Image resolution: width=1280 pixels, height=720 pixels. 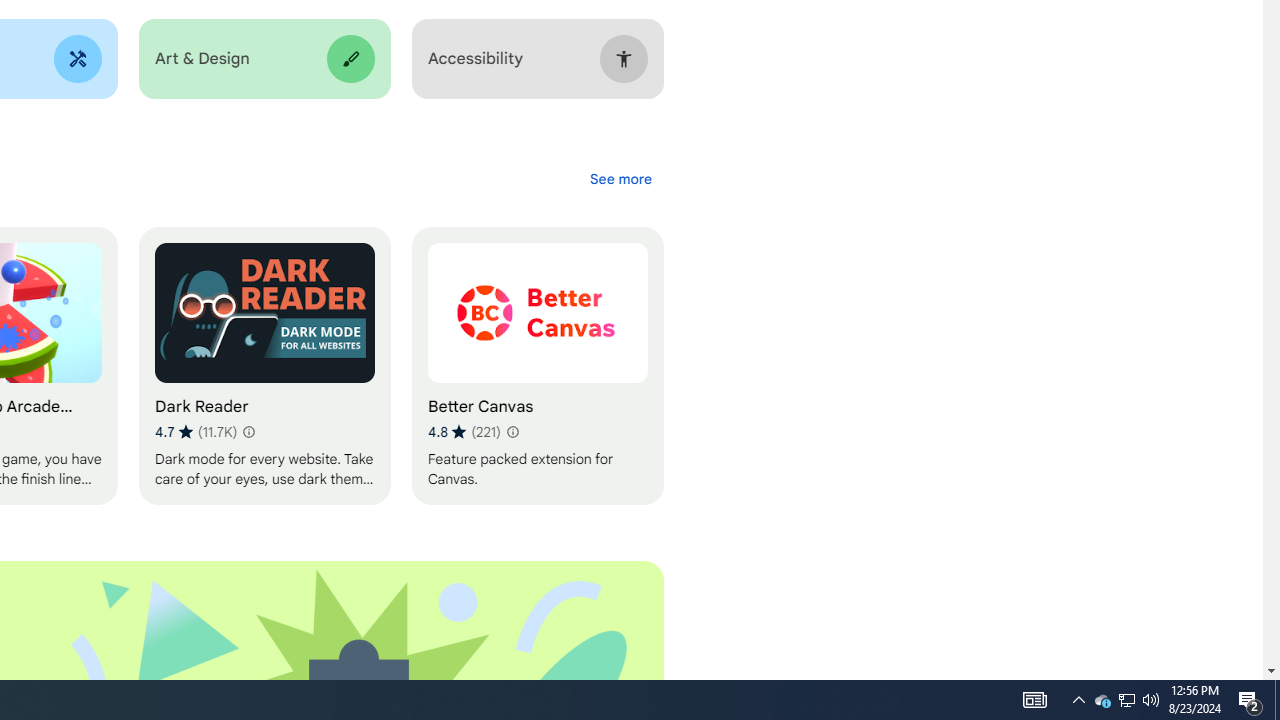 What do you see at coordinates (263, 58) in the screenshot?
I see `'Art & Design'` at bounding box center [263, 58].